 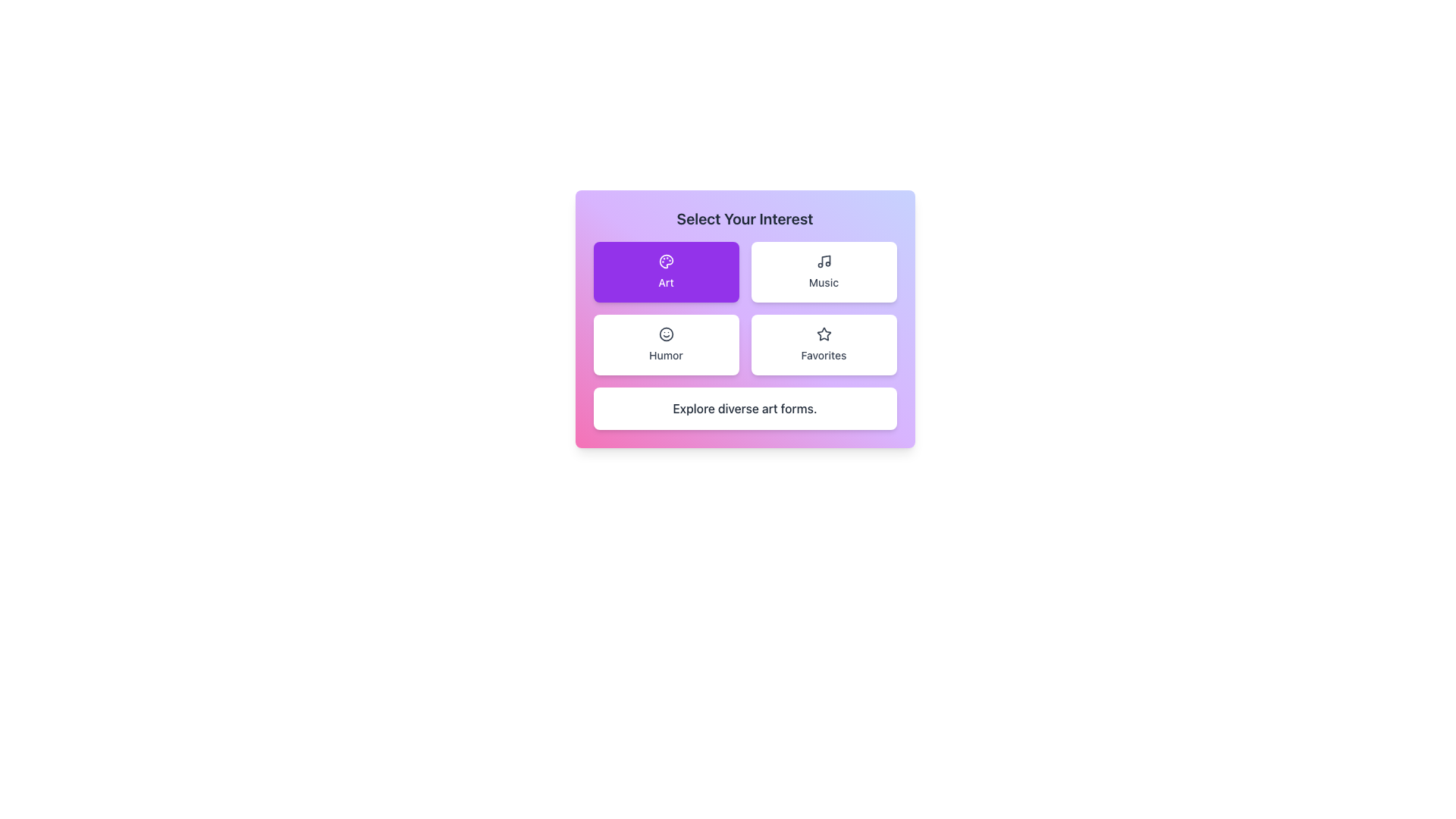 I want to click on the purple button with rounded corners containing a painter's palette icon and the word 'Art' written in white text, so click(x=666, y=271).